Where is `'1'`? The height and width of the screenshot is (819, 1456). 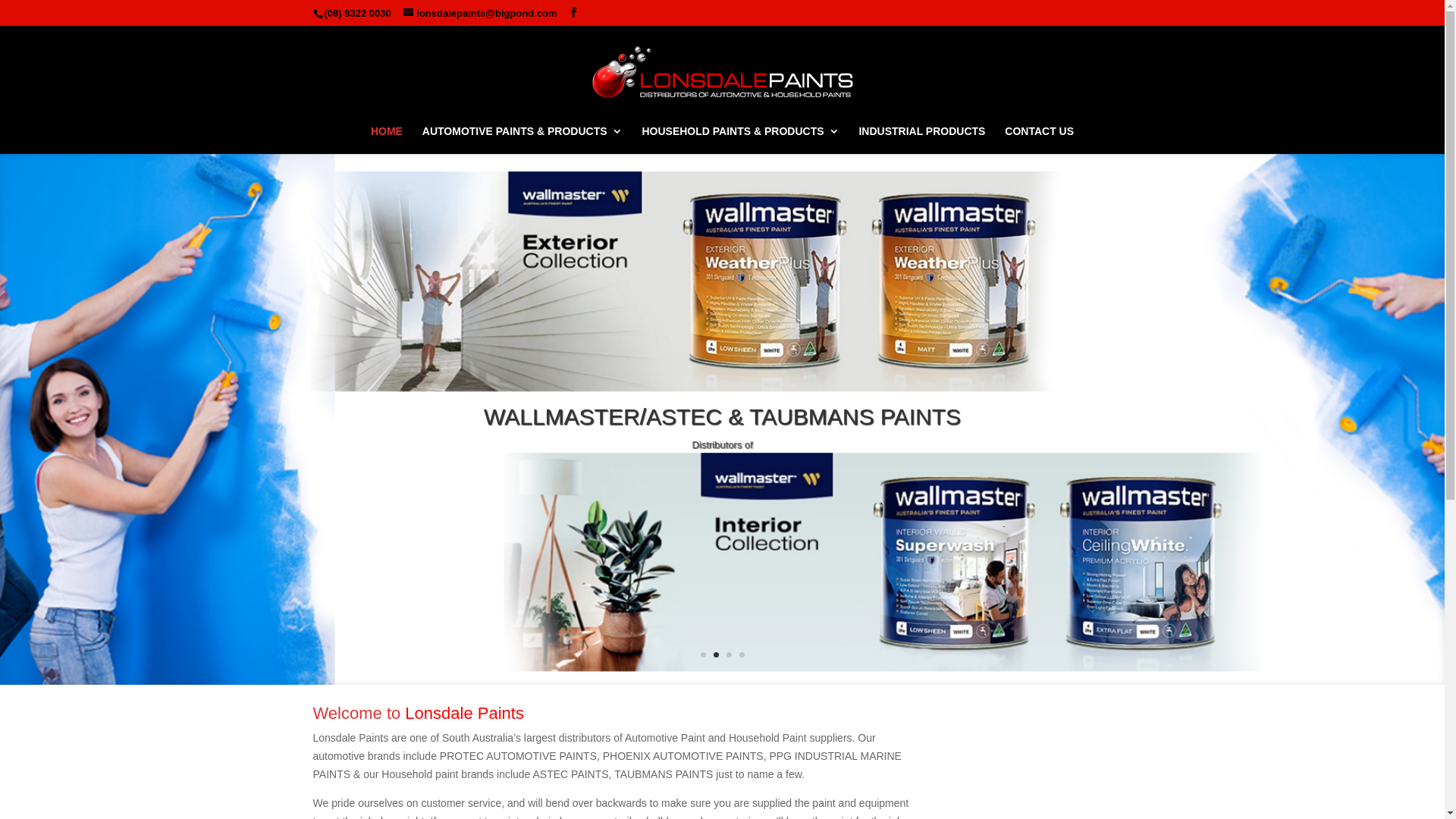
'1' is located at coordinates (702, 654).